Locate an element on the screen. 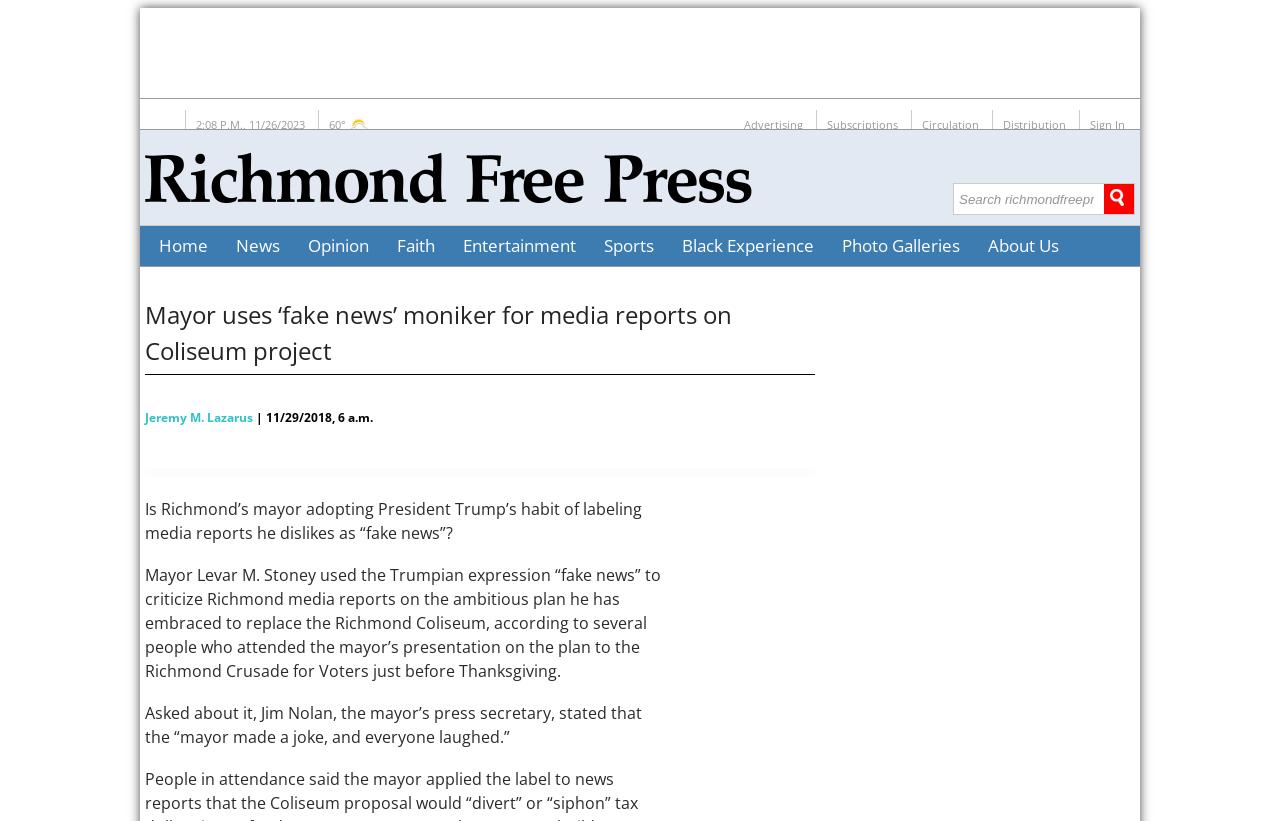 This screenshot has height=821, width=1280. 'Mayor uses ‘fake news’ moniker for media reports on Coliseum project' is located at coordinates (437, 331).